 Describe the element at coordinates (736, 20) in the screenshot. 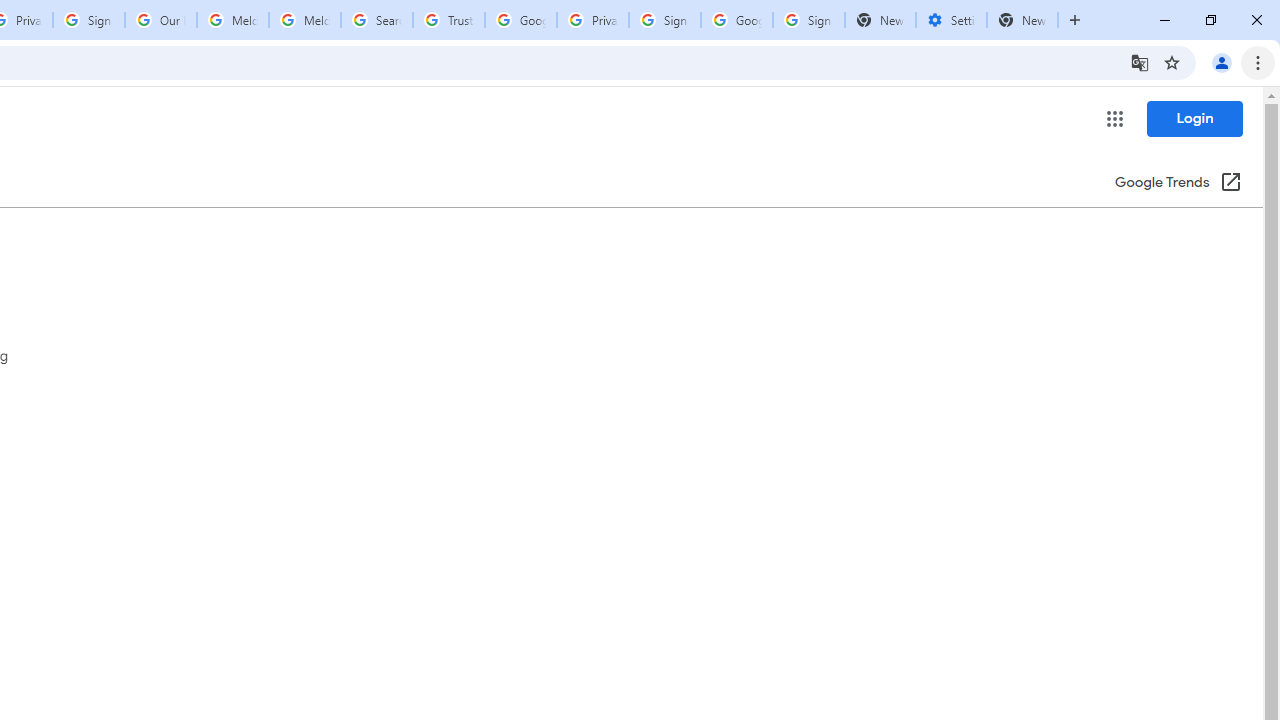

I see `'Google Cybersecurity Innovations - Google Safety Center'` at that location.